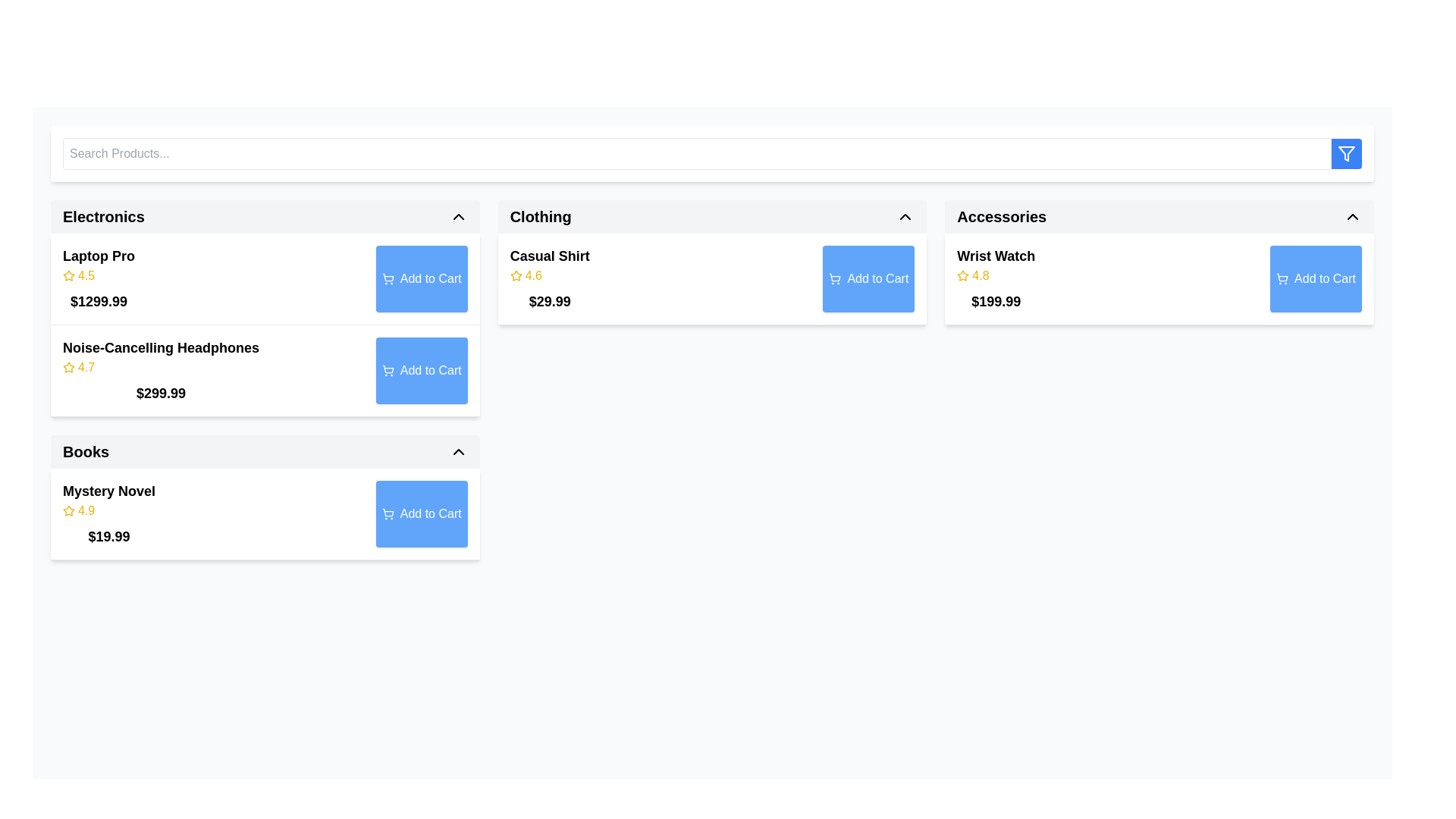  I want to click on price displayed in the text label located below the product name 'Casual Shirt' in the 'Clothing' section, so click(549, 301).